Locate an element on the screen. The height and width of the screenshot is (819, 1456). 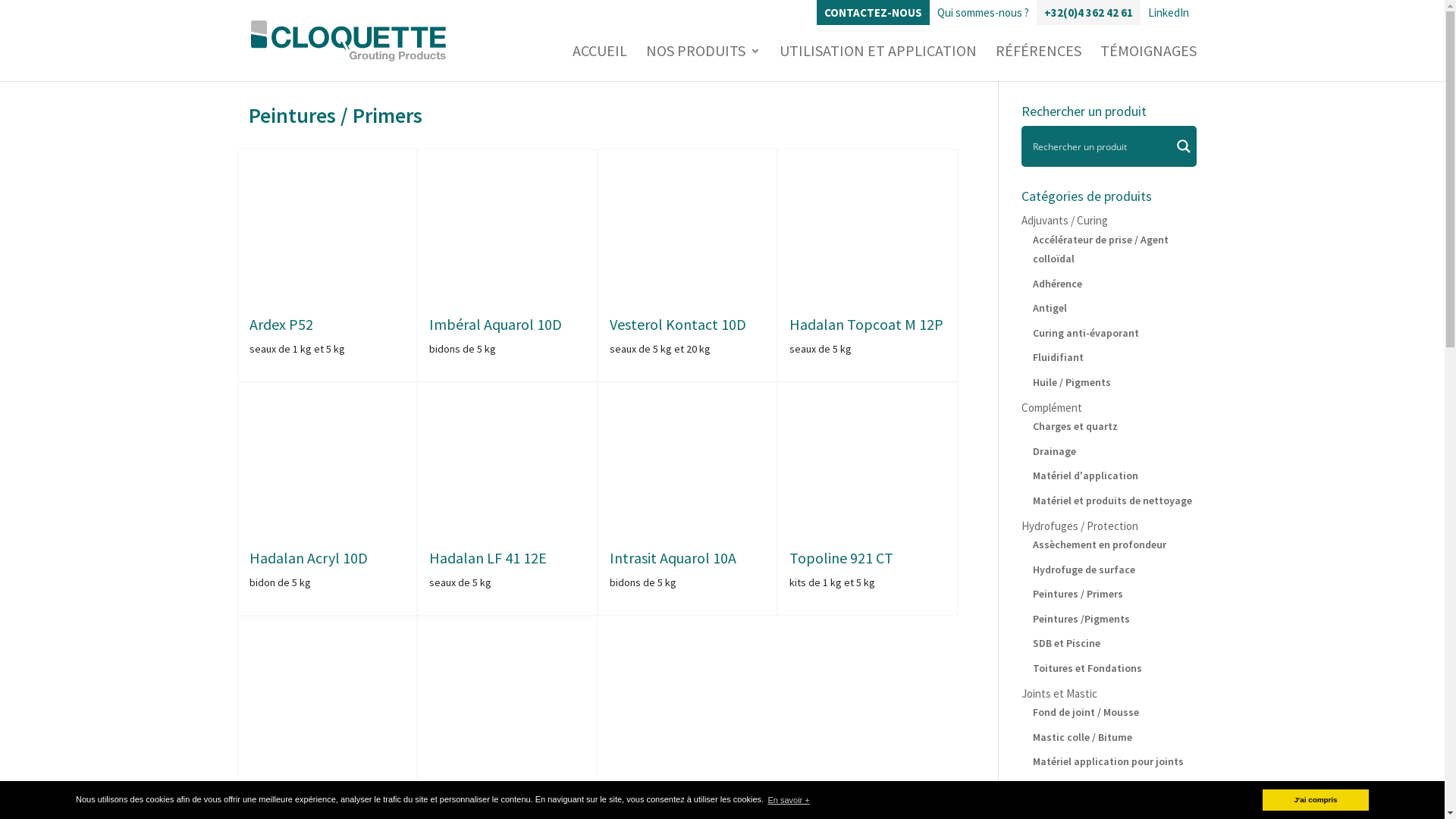
'CONTACTEZ-NOUS' is located at coordinates (872, 12).